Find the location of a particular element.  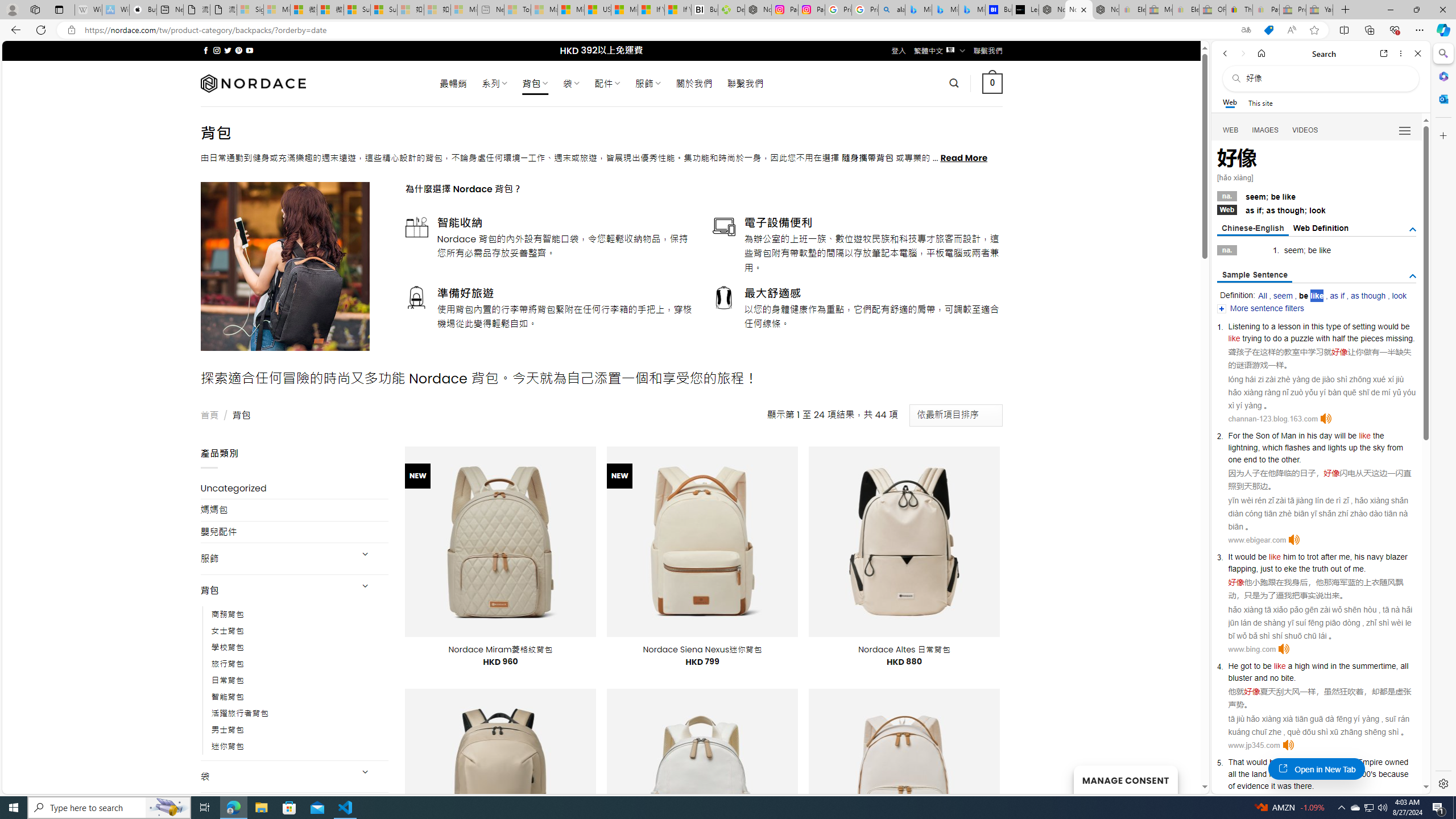

'to' is located at coordinates (1300, 556).